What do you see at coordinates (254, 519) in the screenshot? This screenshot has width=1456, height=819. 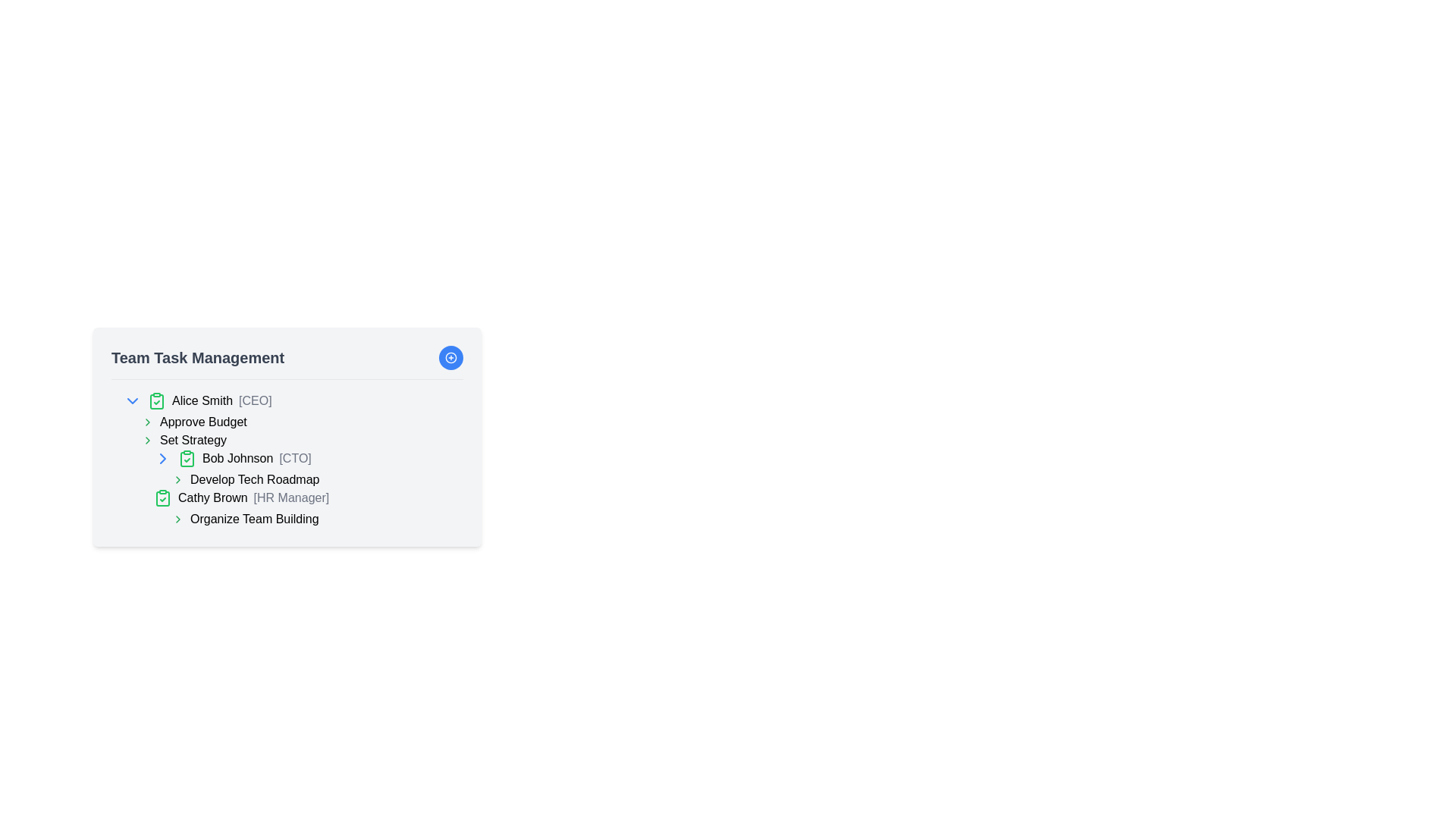 I see `the text label reading 'Organize Team Building' located beneath 'Cathy Brown [HR Manager]' in the 'Team Task Management' section` at bounding box center [254, 519].